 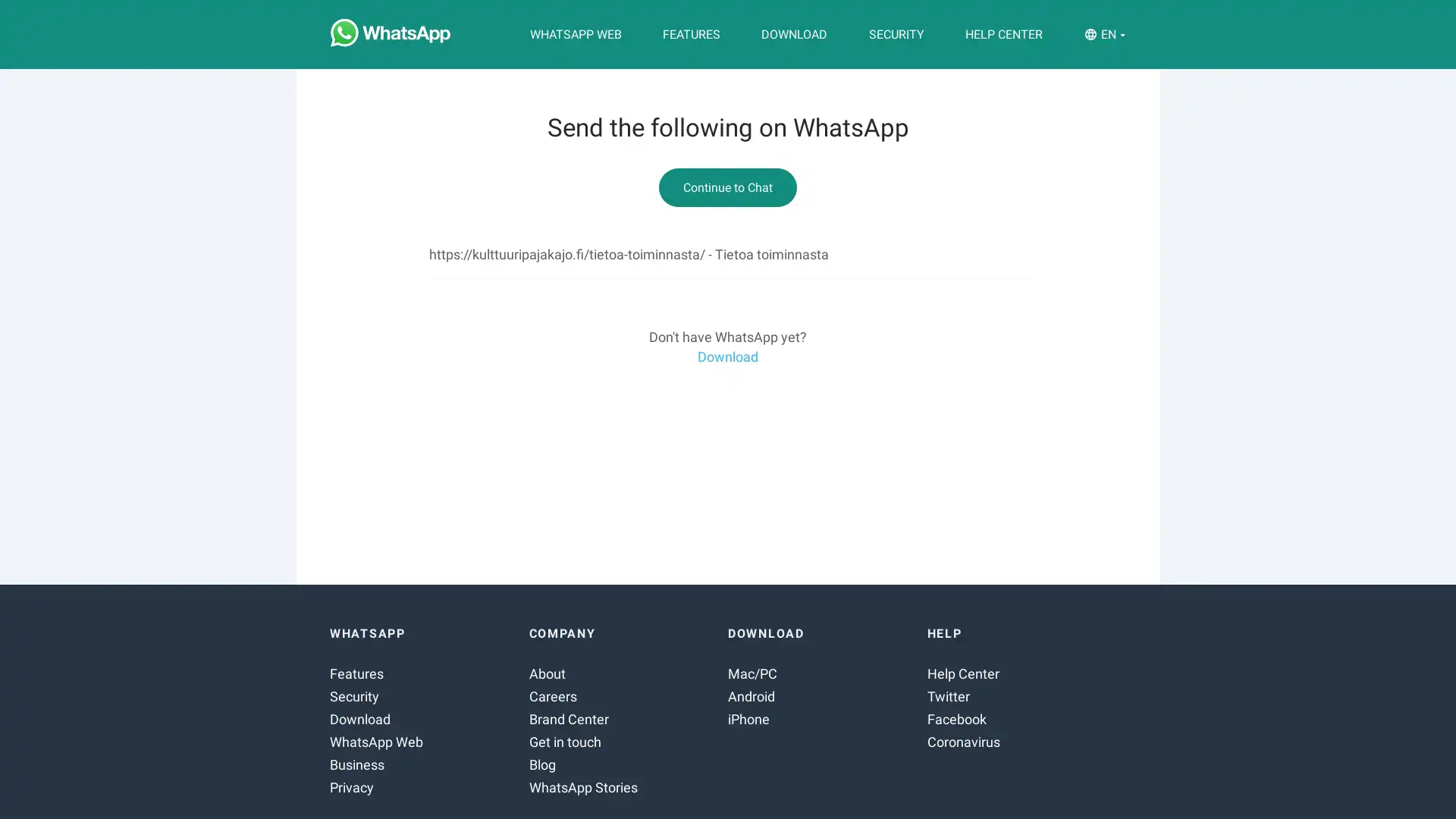 What do you see at coordinates (1105, 34) in the screenshot?
I see `EN` at bounding box center [1105, 34].